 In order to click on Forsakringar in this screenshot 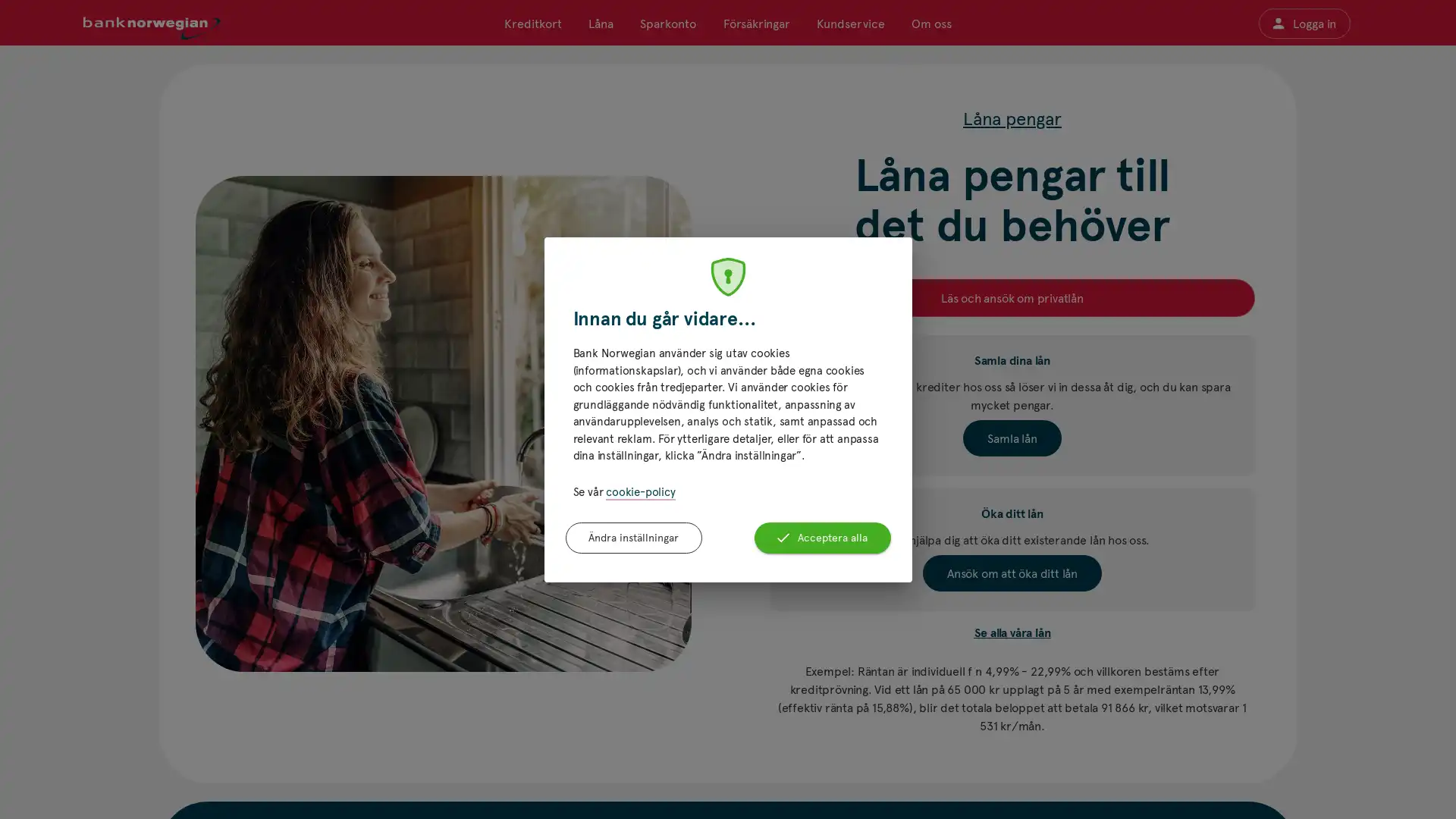, I will do `click(756, 23)`.